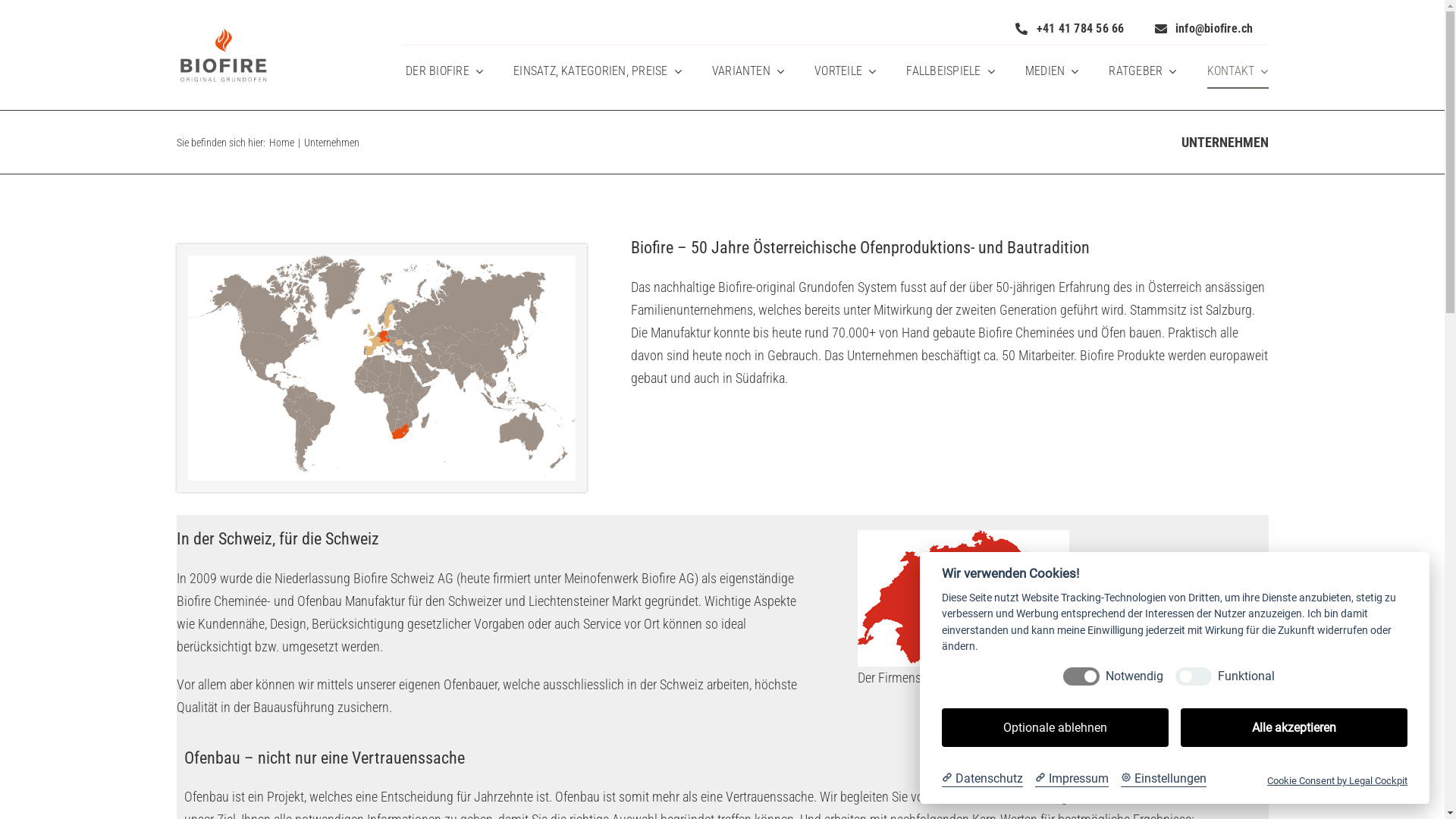  What do you see at coordinates (268, 143) in the screenshot?
I see `'Home'` at bounding box center [268, 143].